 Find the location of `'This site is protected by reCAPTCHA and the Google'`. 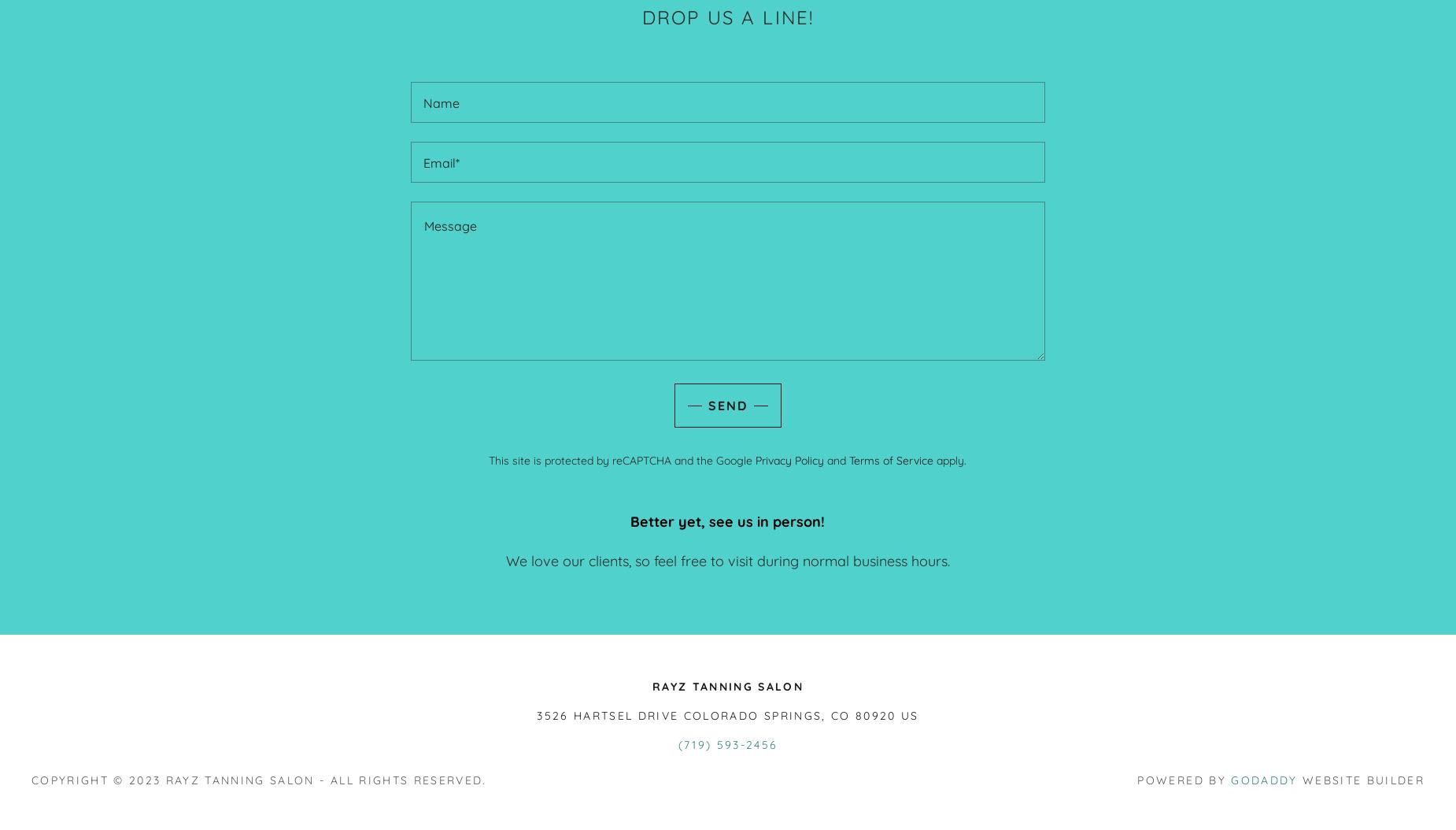

'This site is protected by reCAPTCHA and the Google' is located at coordinates (622, 459).